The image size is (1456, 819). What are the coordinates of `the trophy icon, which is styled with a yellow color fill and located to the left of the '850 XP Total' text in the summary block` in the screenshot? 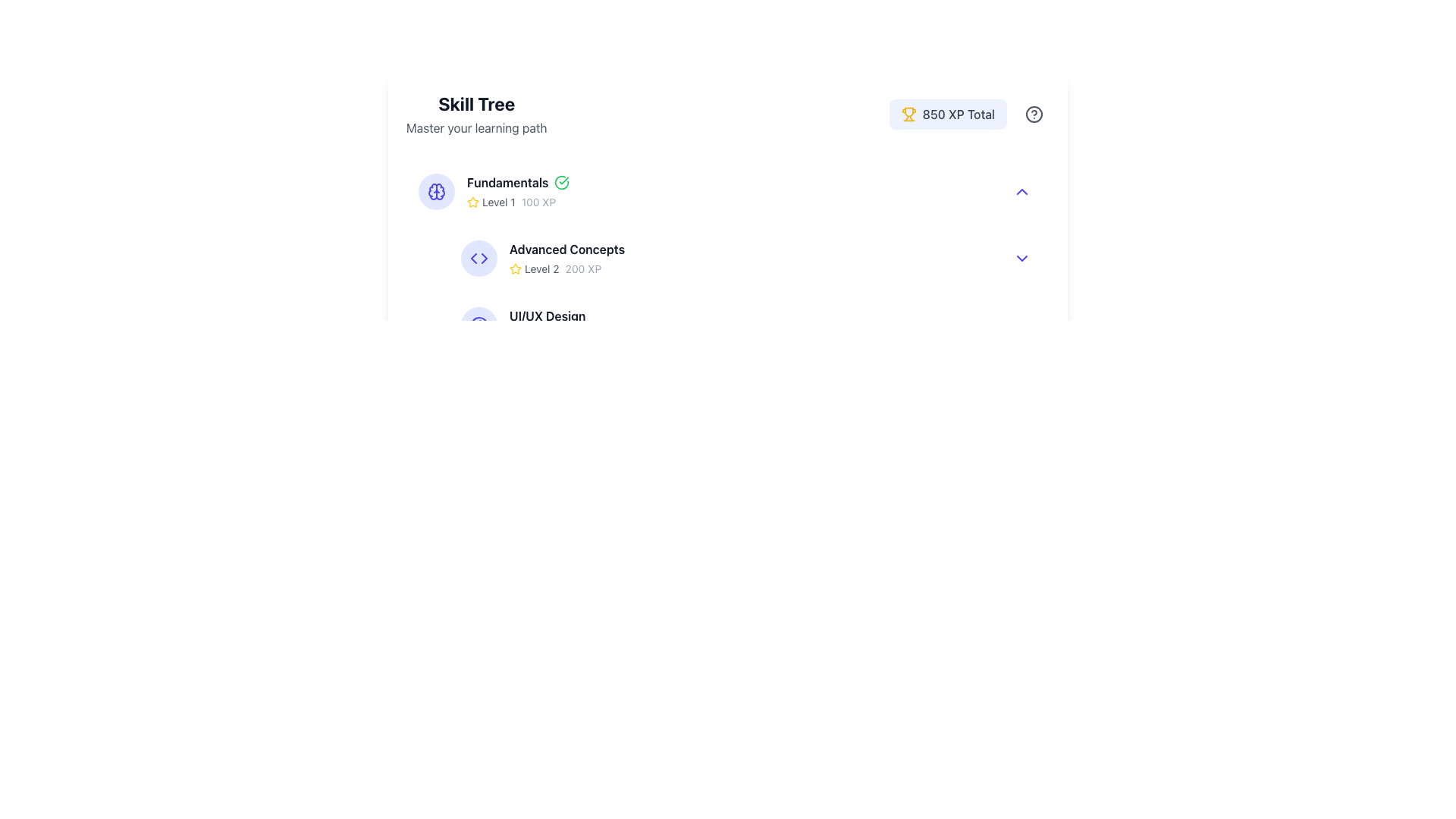 It's located at (908, 113).